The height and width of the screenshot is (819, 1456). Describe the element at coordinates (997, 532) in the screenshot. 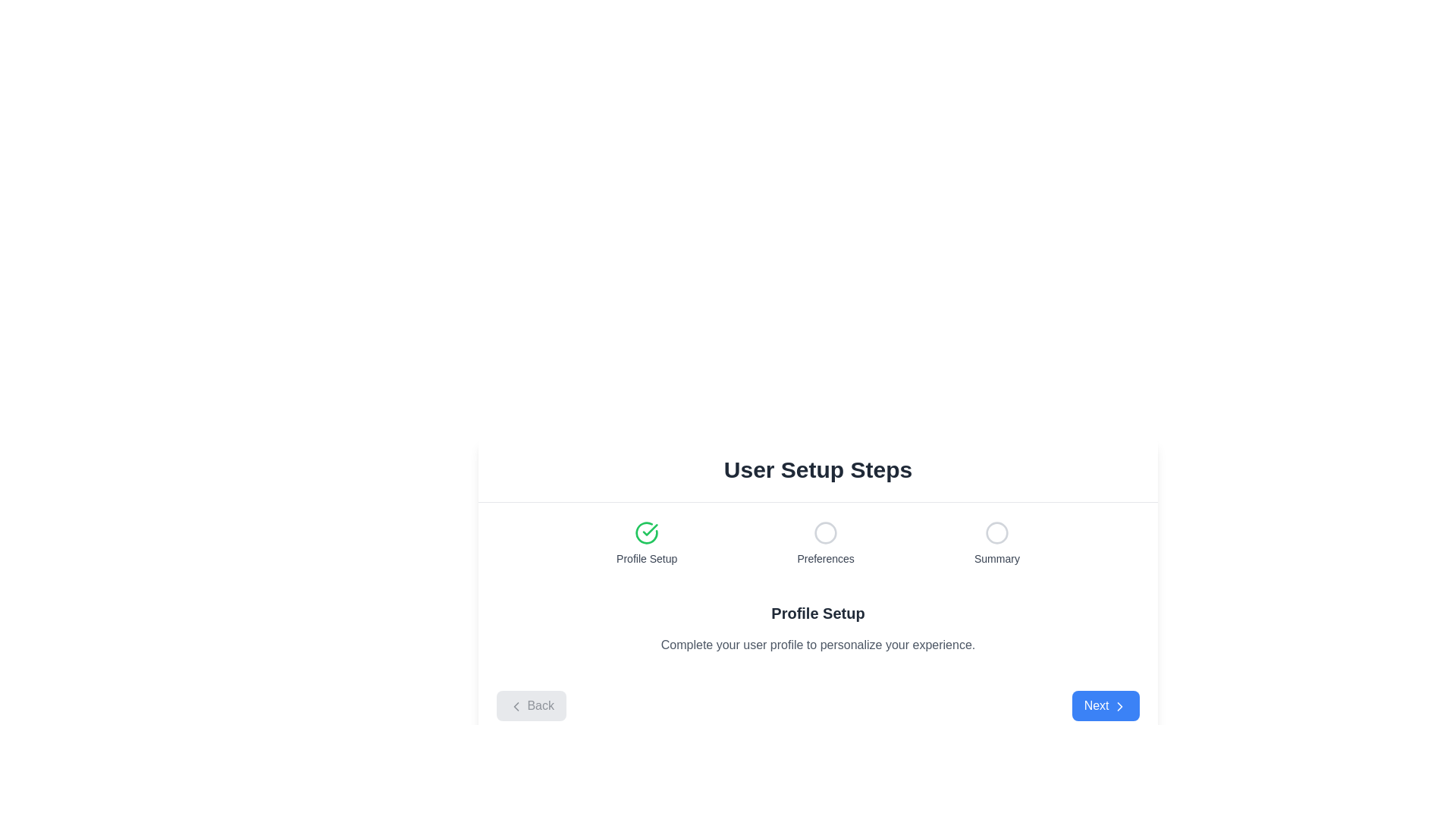

I see `the Visual indicator (step marker) for the 'Summary' step` at that location.